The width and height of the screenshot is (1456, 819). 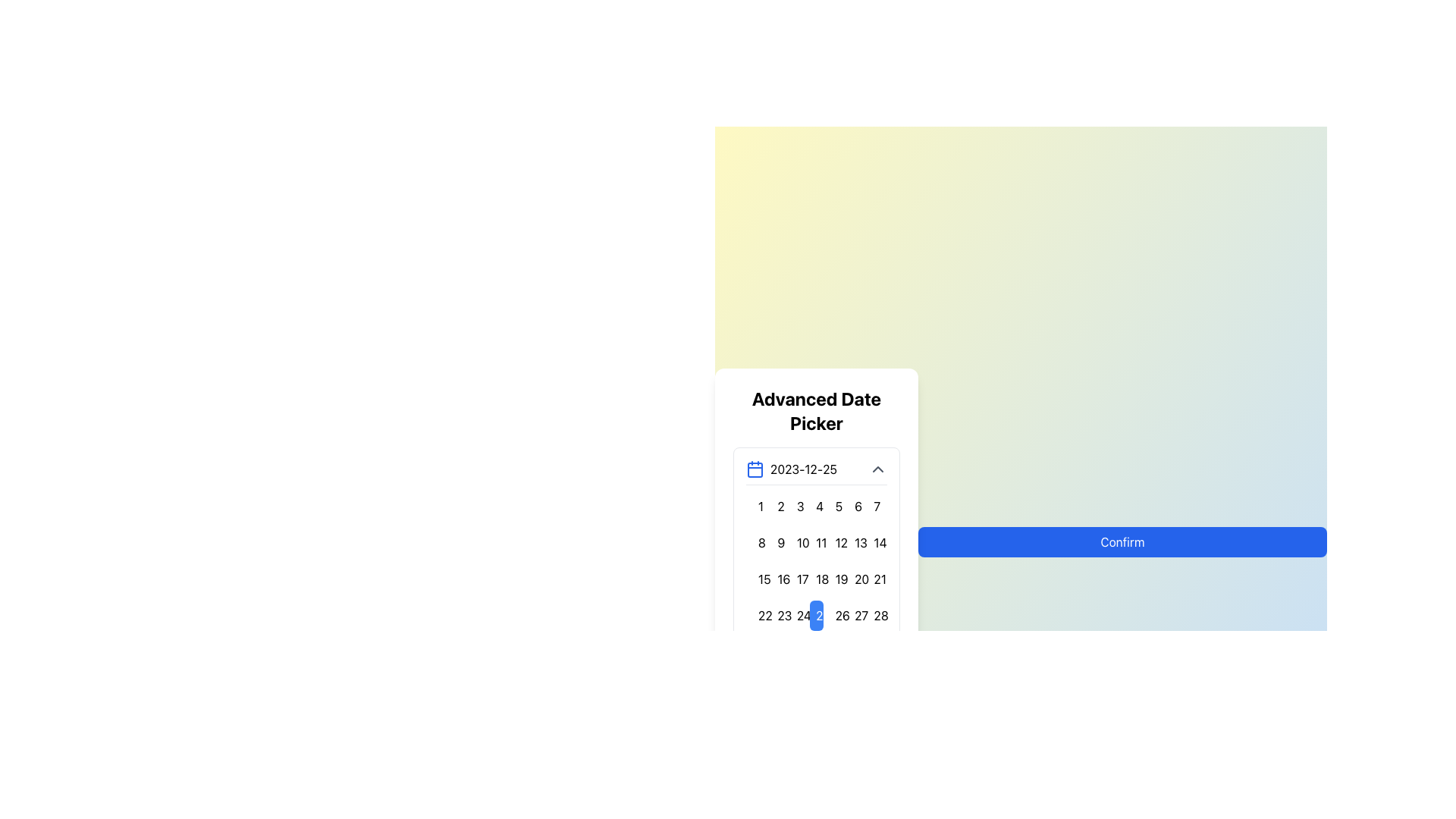 I want to click on on the rounded square tile displaying the number '22' in the first column of the sixth row of the interactive grid, which represents the date '22', so click(x=758, y=615).